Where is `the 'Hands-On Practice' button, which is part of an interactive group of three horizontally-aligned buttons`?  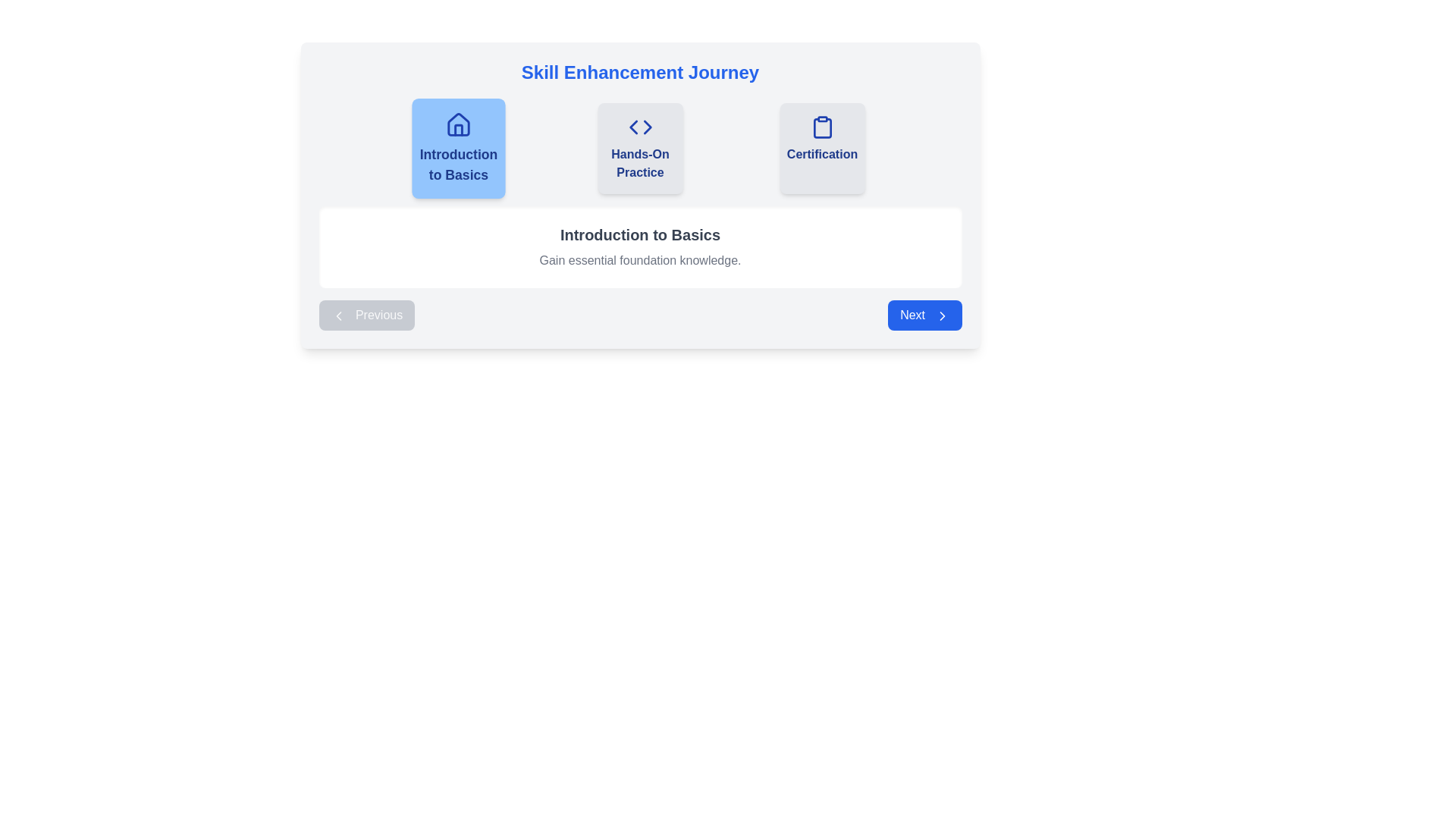
the 'Hands-On Practice' button, which is part of an interactive group of three horizontally-aligned buttons is located at coordinates (640, 149).